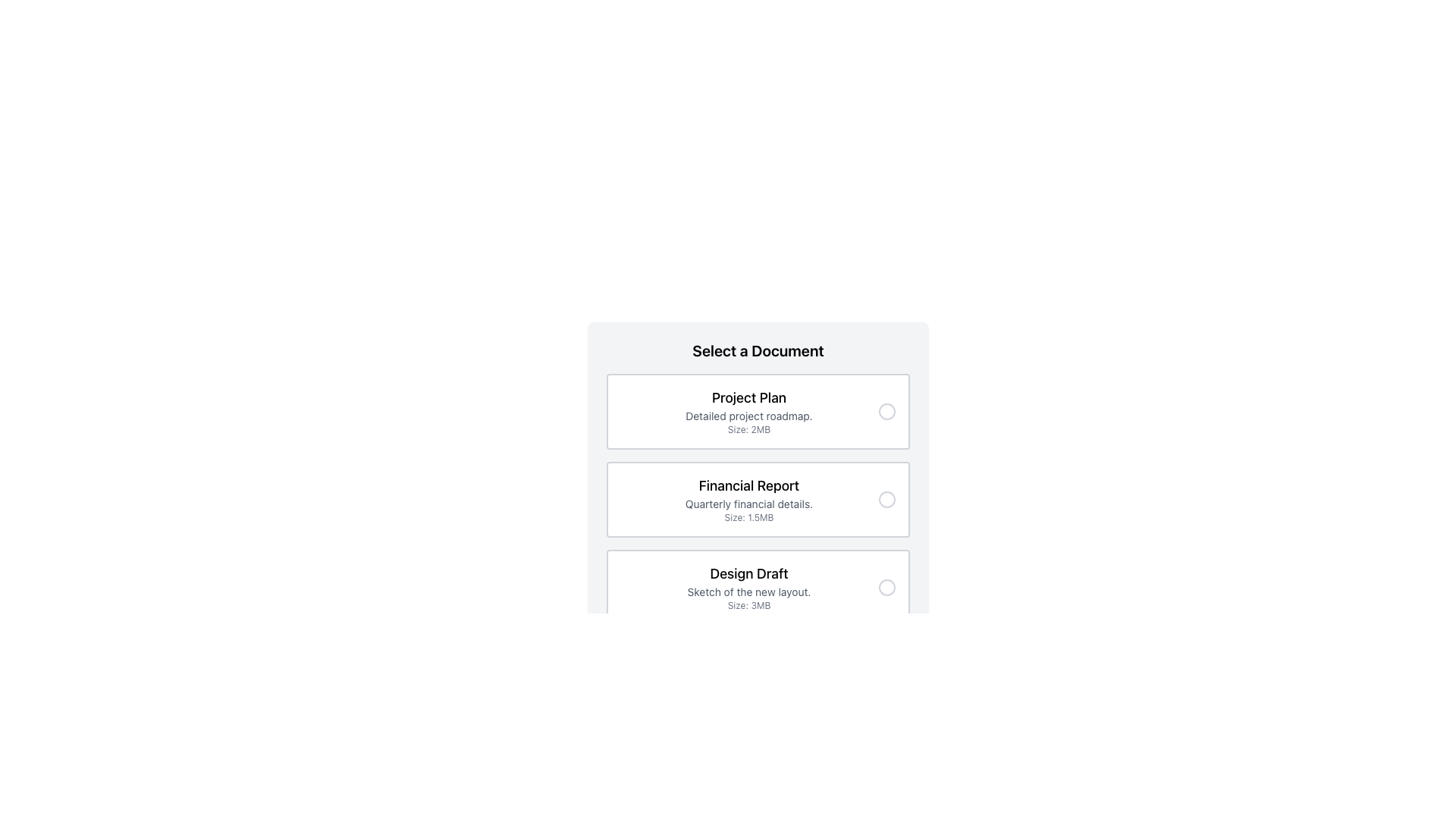 This screenshot has height=819, width=1456. What do you see at coordinates (749, 416) in the screenshot?
I see `the text label that reads 'Detailed project roadmap.' which is styled in gray and positioned under the heading 'Project Plan'` at bounding box center [749, 416].